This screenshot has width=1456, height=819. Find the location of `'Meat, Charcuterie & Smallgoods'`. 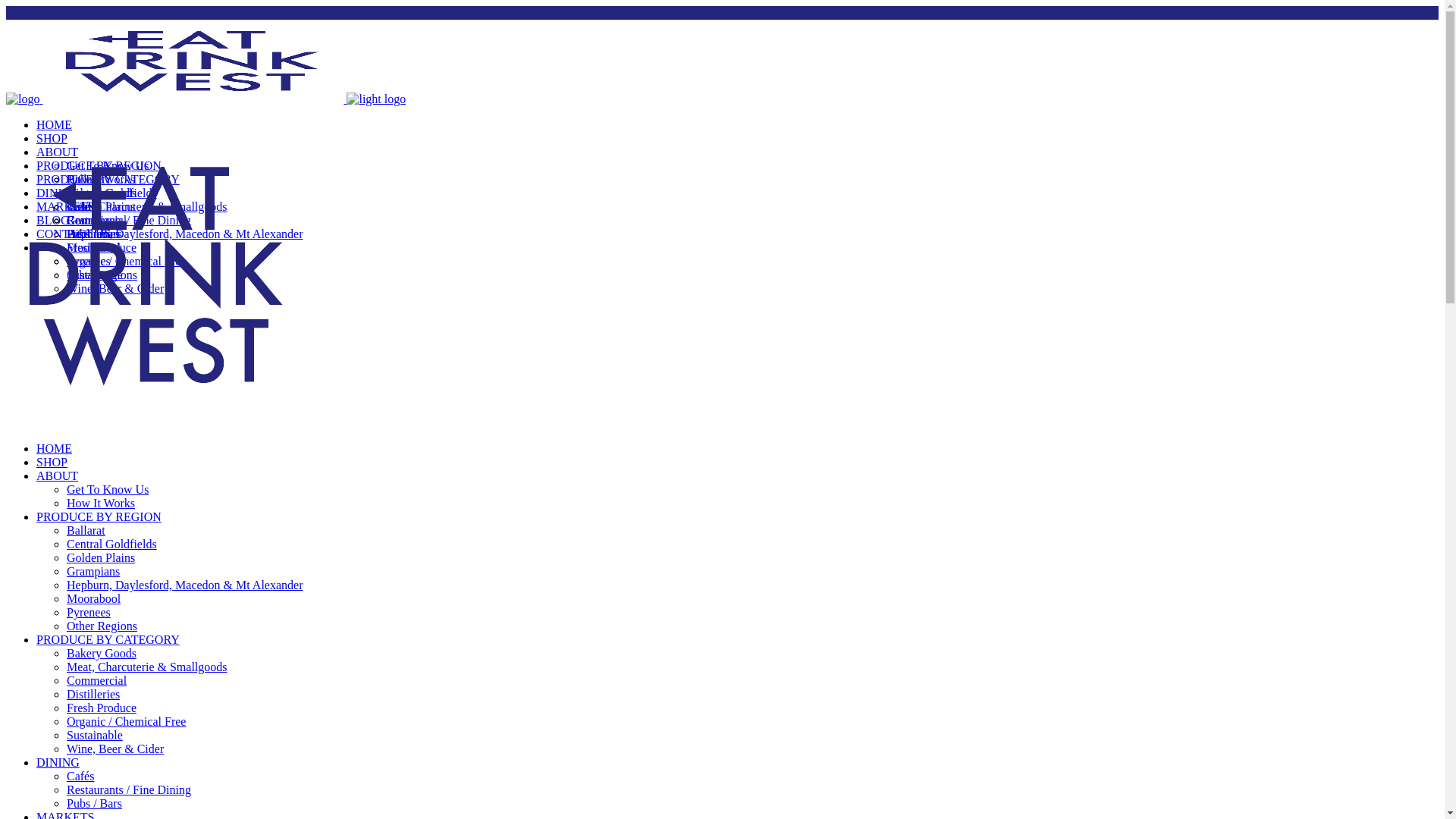

'Meat, Charcuterie & Smallgoods' is located at coordinates (146, 666).